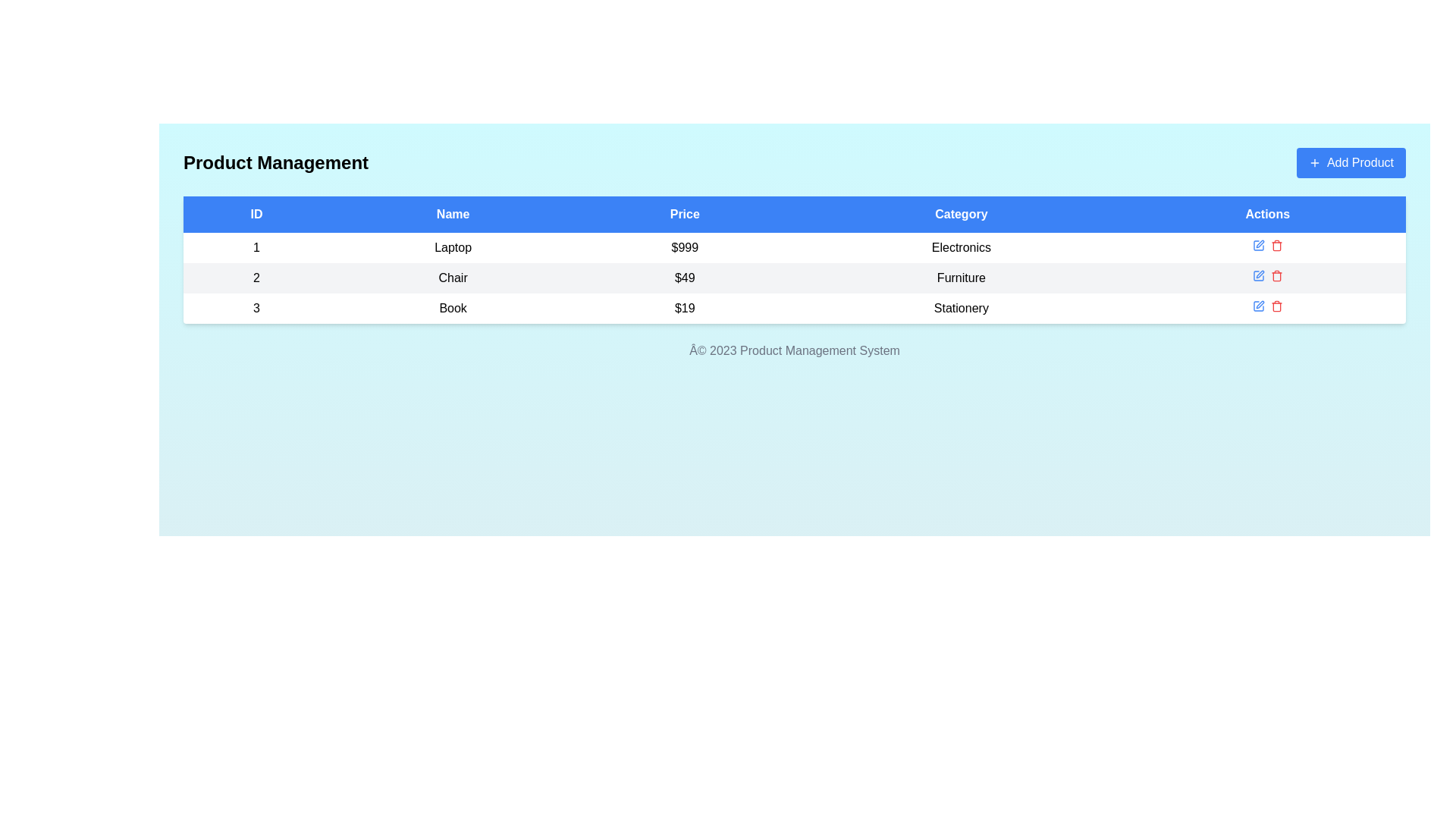 This screenshot has width=1456, height=819. I want to click on the blue button labeled 'Add Product' with a '+' icon, so click(1351, 163).